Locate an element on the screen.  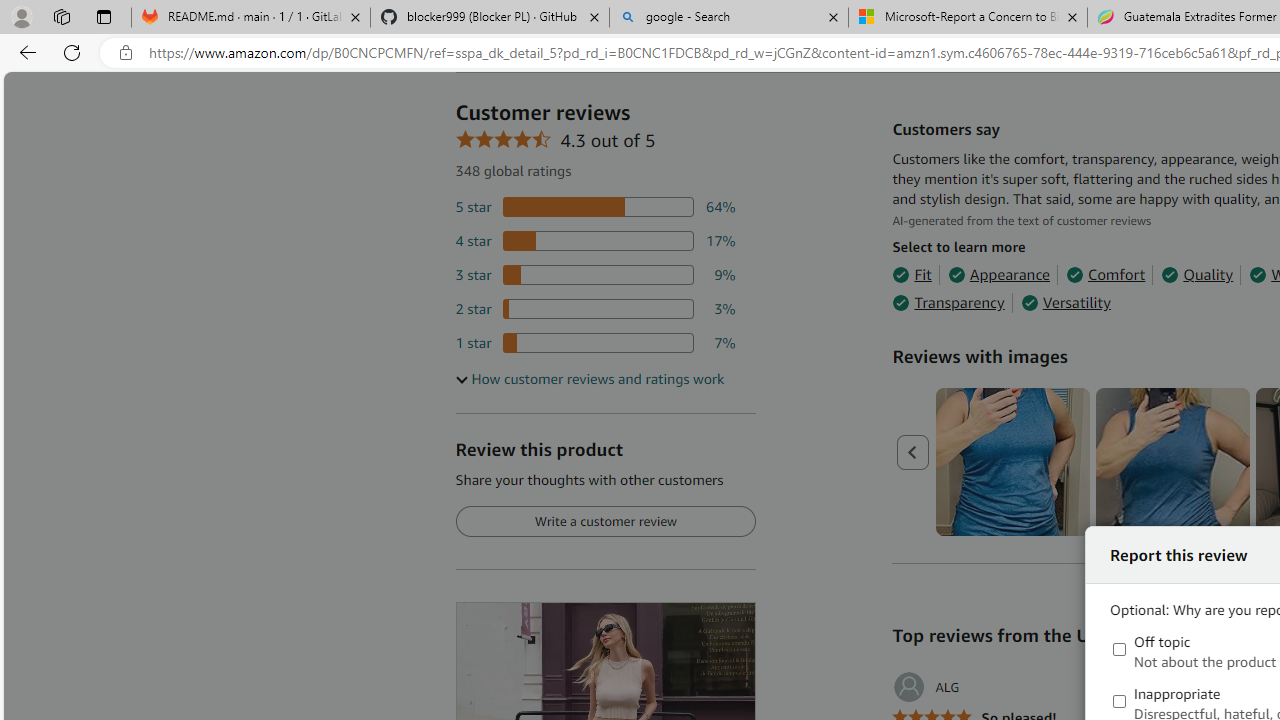
'ALG' is located at coordinates (925, 686).